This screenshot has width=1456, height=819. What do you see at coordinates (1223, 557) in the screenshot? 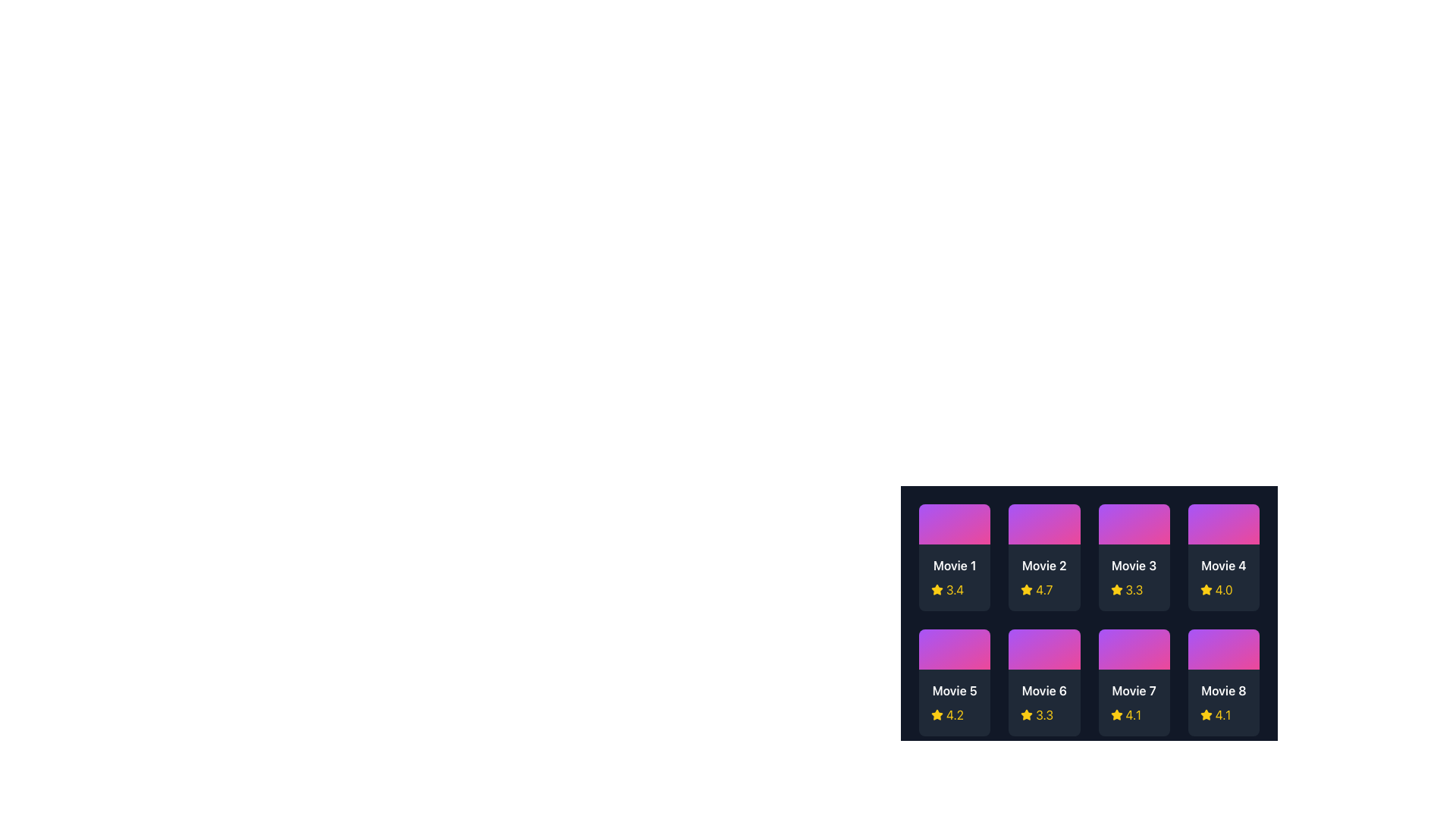
I see `the fourth card in the first row of the movie selection grid` at bounding box center [1223, 557].